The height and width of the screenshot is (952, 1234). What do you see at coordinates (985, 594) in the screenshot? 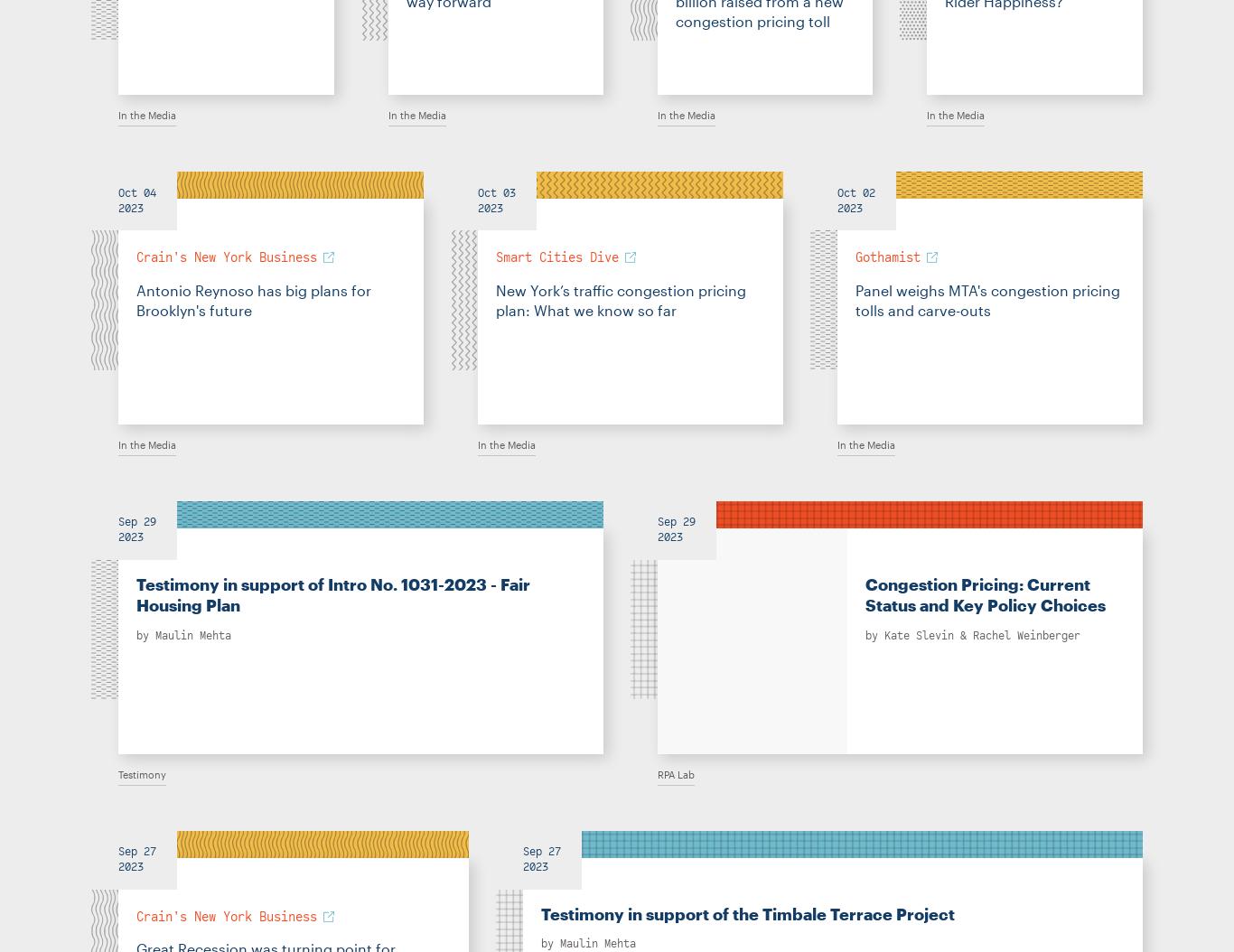
I see `'Congestion Pricing: Current Status and Key Policy Choices'` at bounding box center [985, 594].